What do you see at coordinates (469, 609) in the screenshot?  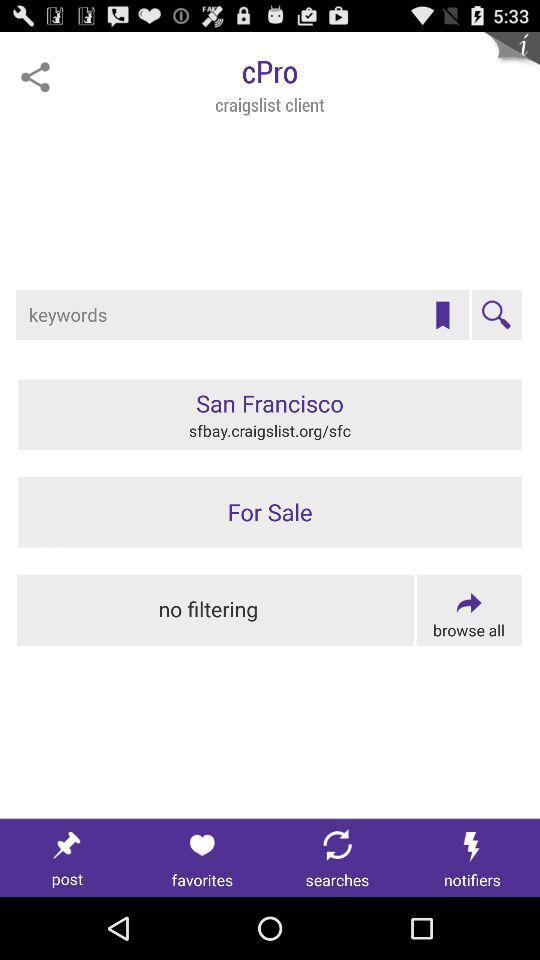 I see `search all` at bounding box center [469, 609].